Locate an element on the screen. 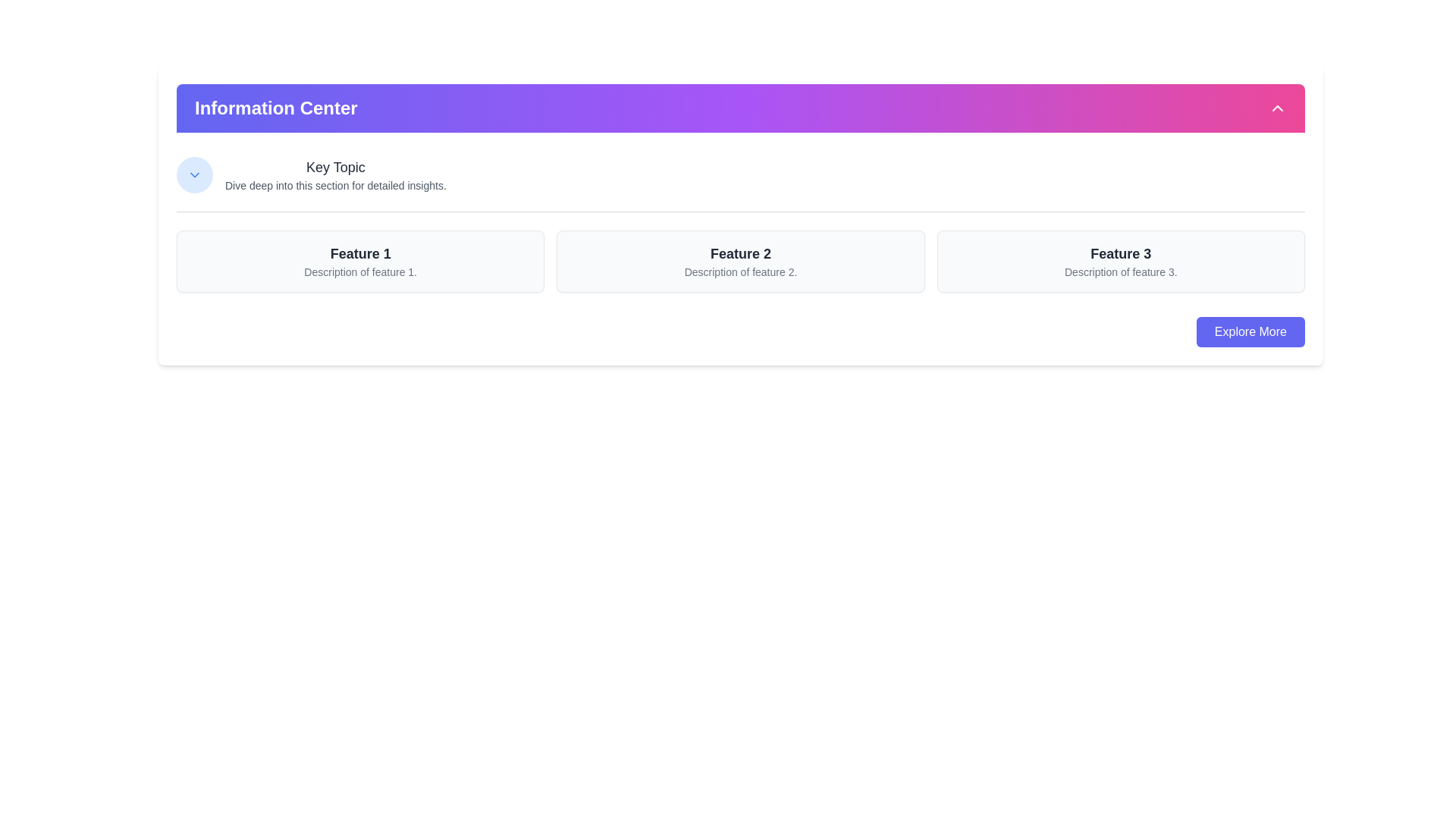 Image resolution: width=1456 pixels, height=819 pixels. the static text that says 'Dive deep into this section for detailed insights.' located directly below the heading 'Key Topic' is located at coordinates (334, 185).